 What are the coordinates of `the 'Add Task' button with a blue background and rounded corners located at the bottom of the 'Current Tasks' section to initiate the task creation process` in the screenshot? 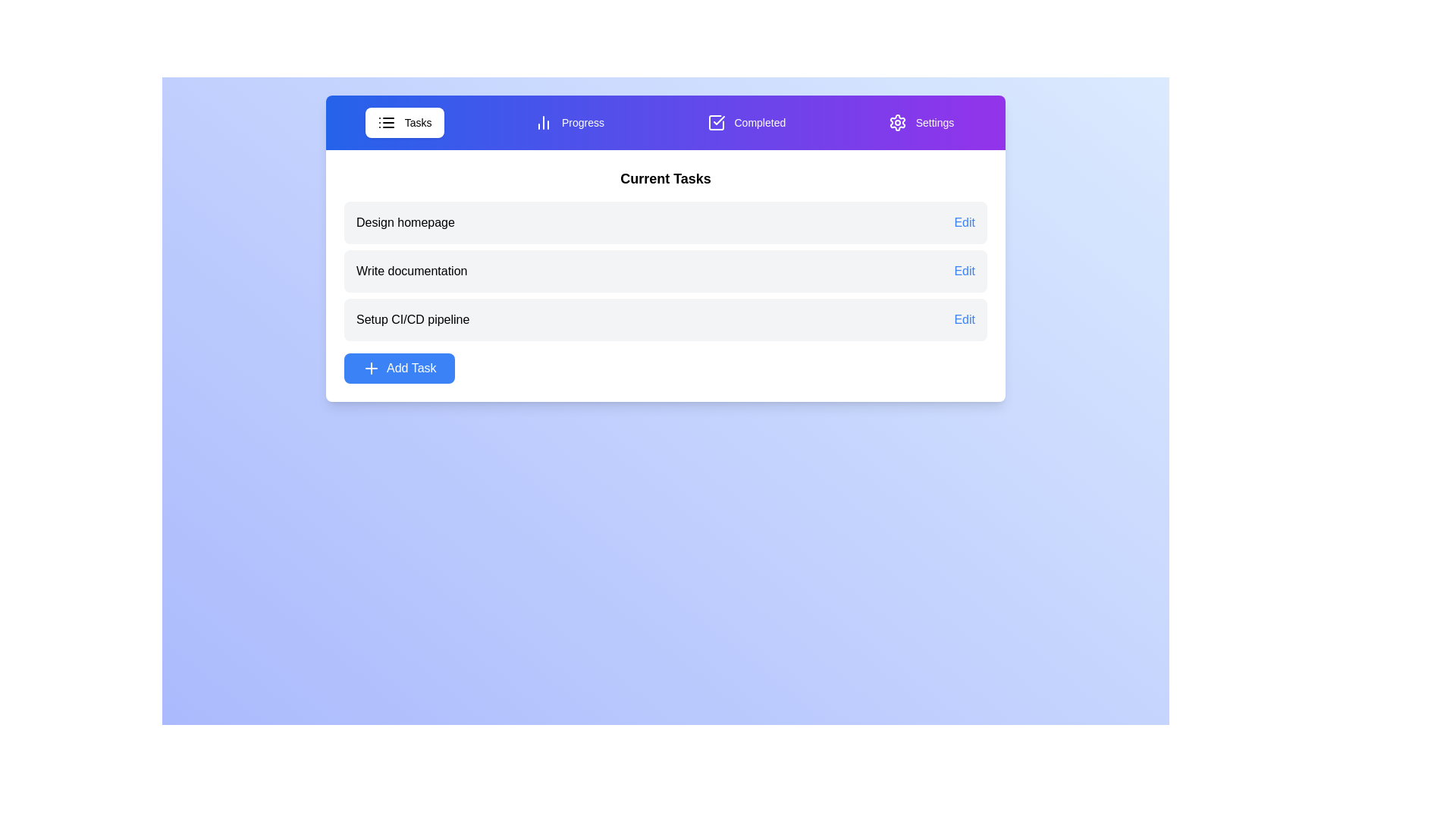 It's located at (399, 369).